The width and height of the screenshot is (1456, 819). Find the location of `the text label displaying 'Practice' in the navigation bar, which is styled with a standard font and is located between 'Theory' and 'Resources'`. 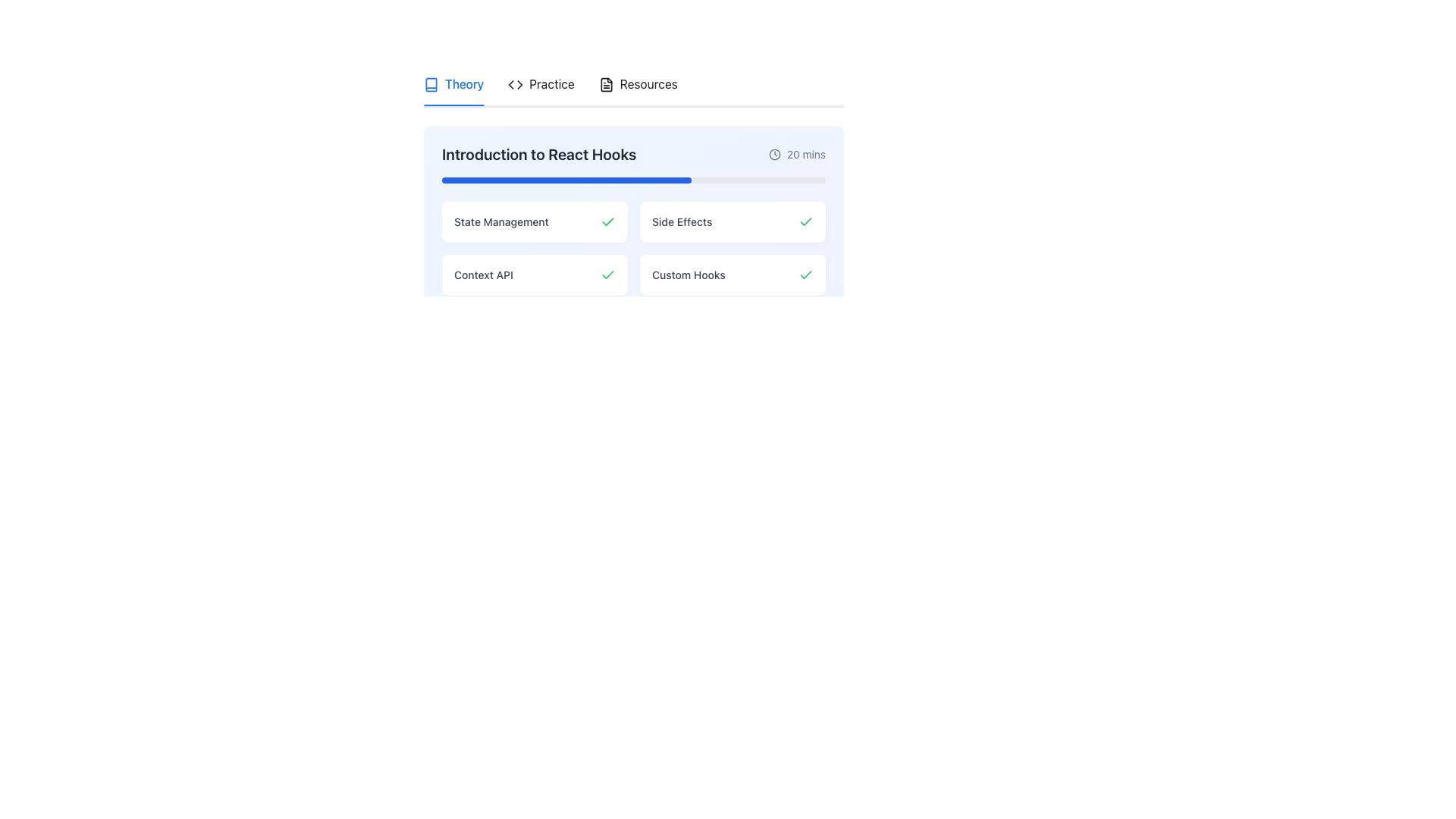

the text label displaying 'Practice' in the navigation bar, which is styled with a standard font and is located between 'Theory' and 'Resources' is located at coordinates (551, 84).